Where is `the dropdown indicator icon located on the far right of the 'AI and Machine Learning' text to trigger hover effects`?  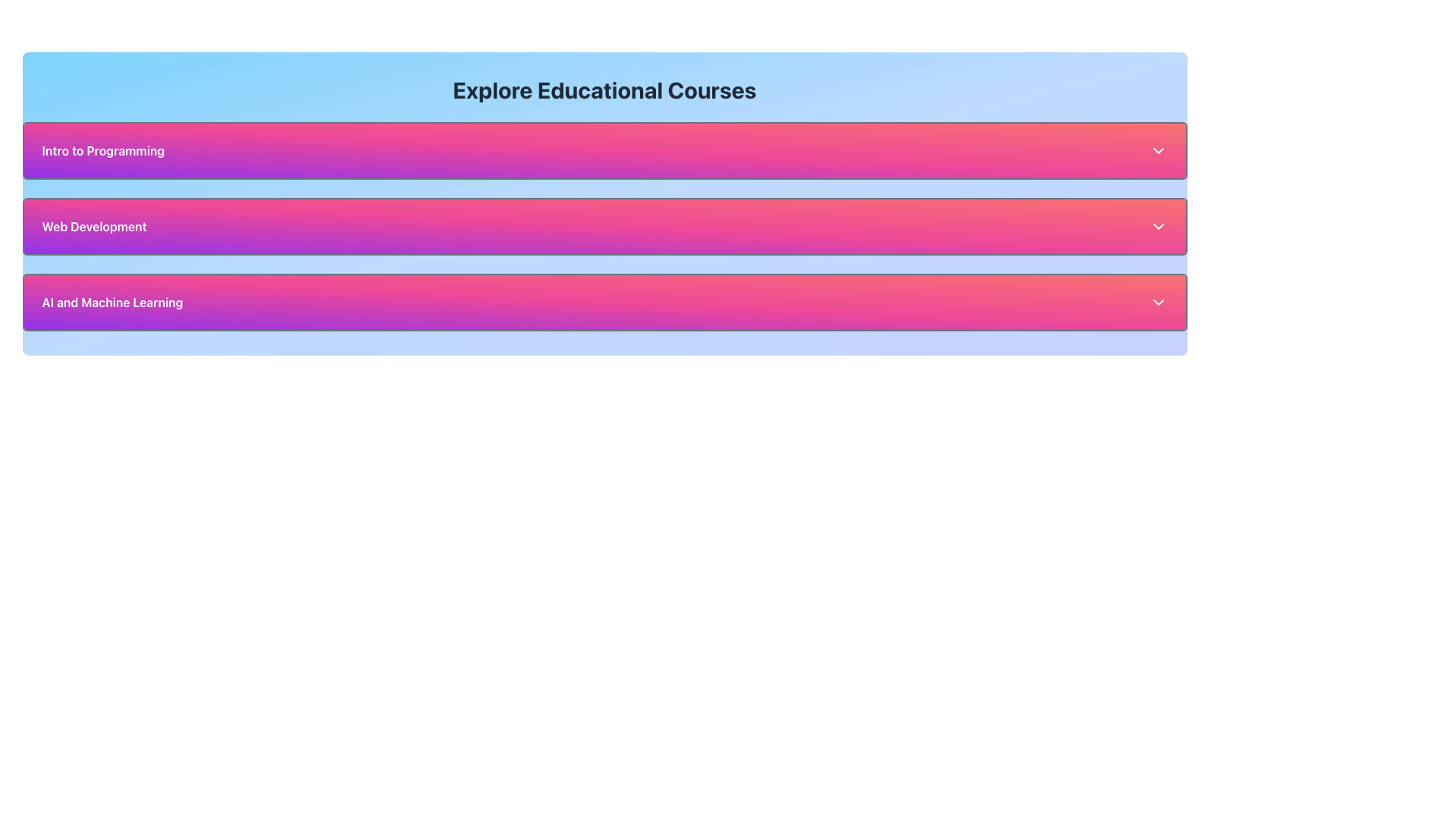 the dropdown indicator icon located on the far right of the 'AI and Machine Learning' text to trigger hover effects is located at coordinates (1157, 302).